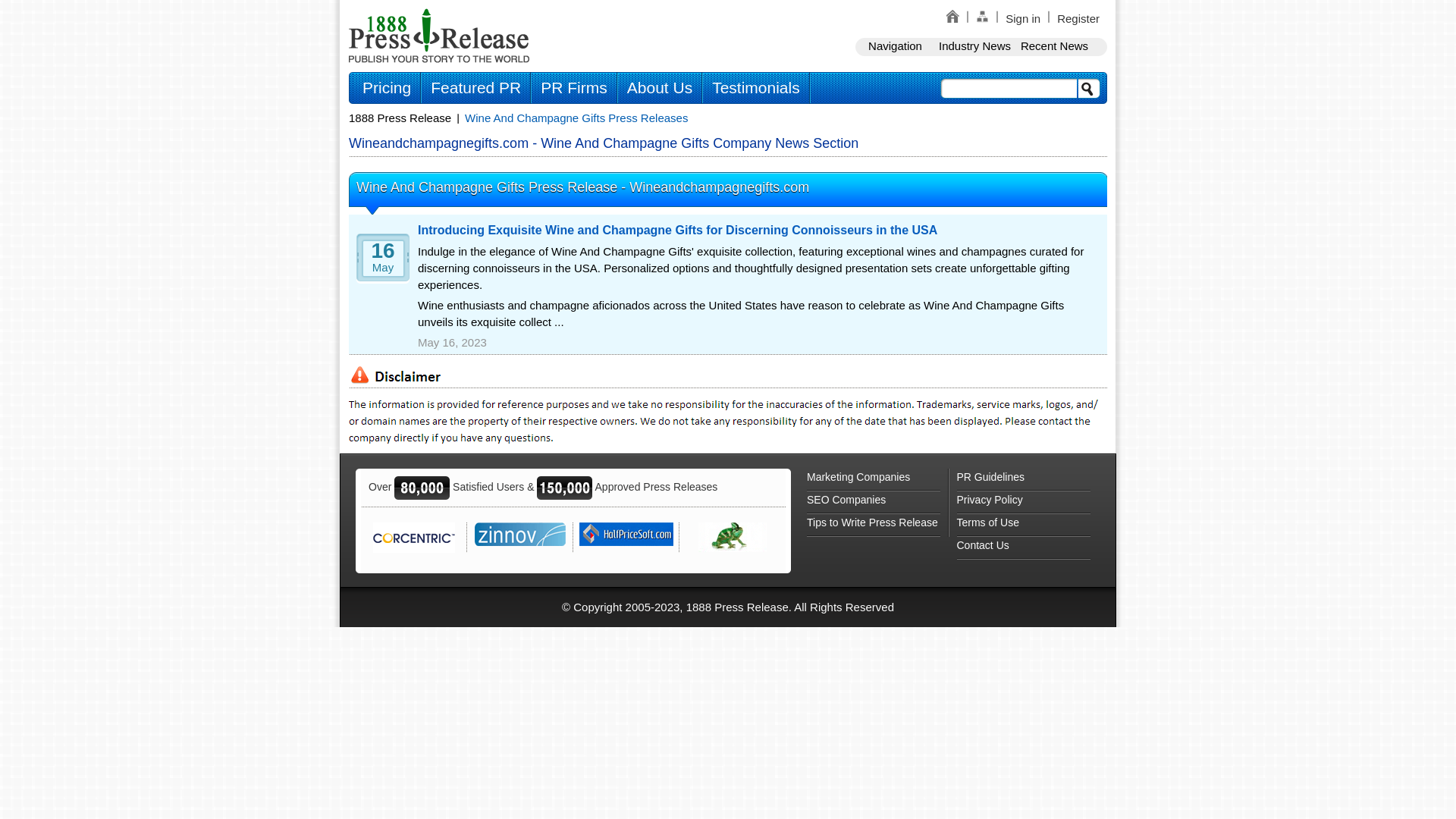 Image resolution: width=1456 pixels, height=819 pixels. Describe the element at coordinates (806, 503) in the screenshot. I see `'SEO Companies'` at that location.